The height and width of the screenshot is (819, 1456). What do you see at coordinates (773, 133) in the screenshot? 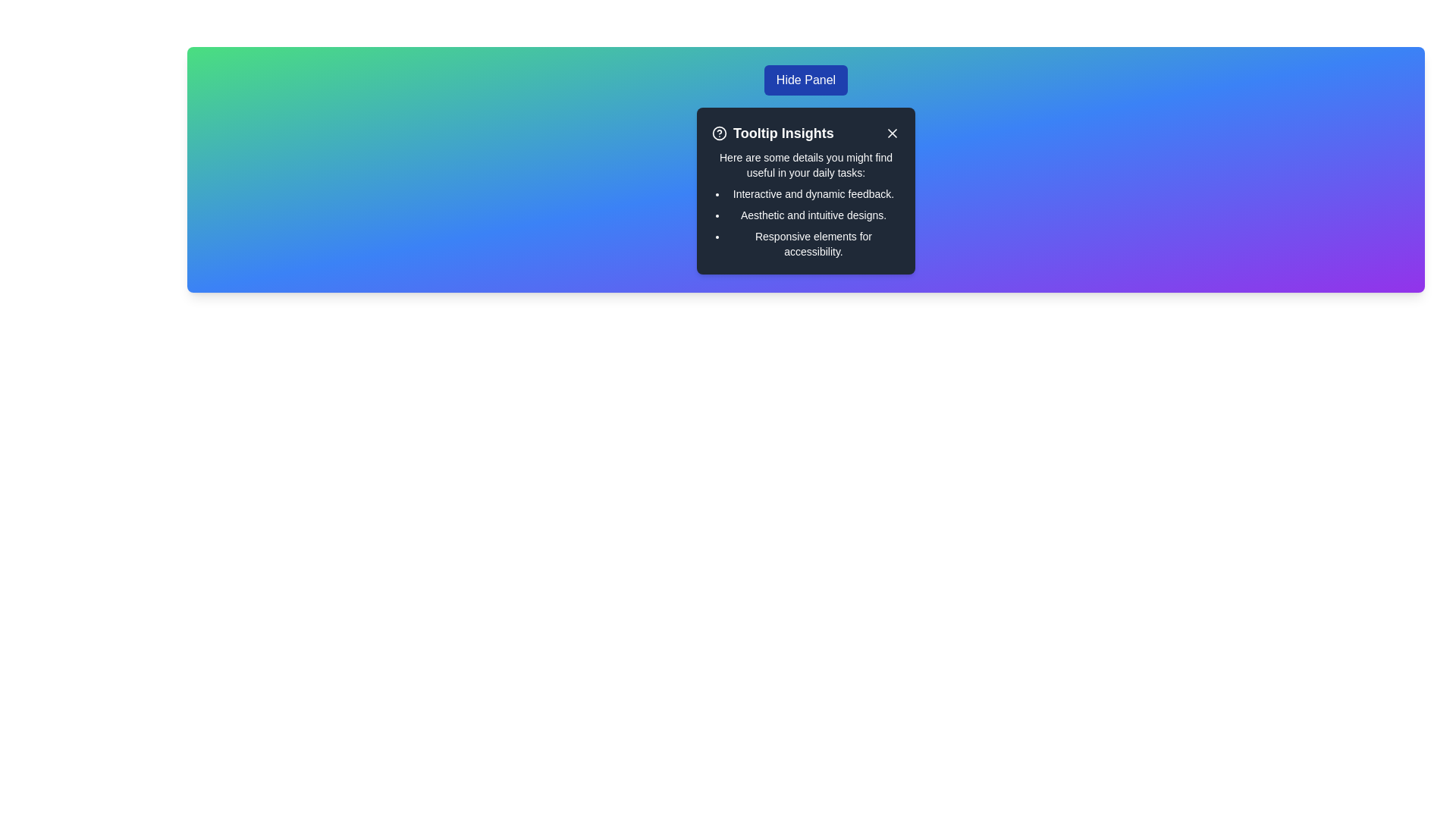
I see `the Text Label titled 'Tooltip Insights' which serves as the title for the card, located at the top-left of the card-like section` at bounding box center [773, 133].